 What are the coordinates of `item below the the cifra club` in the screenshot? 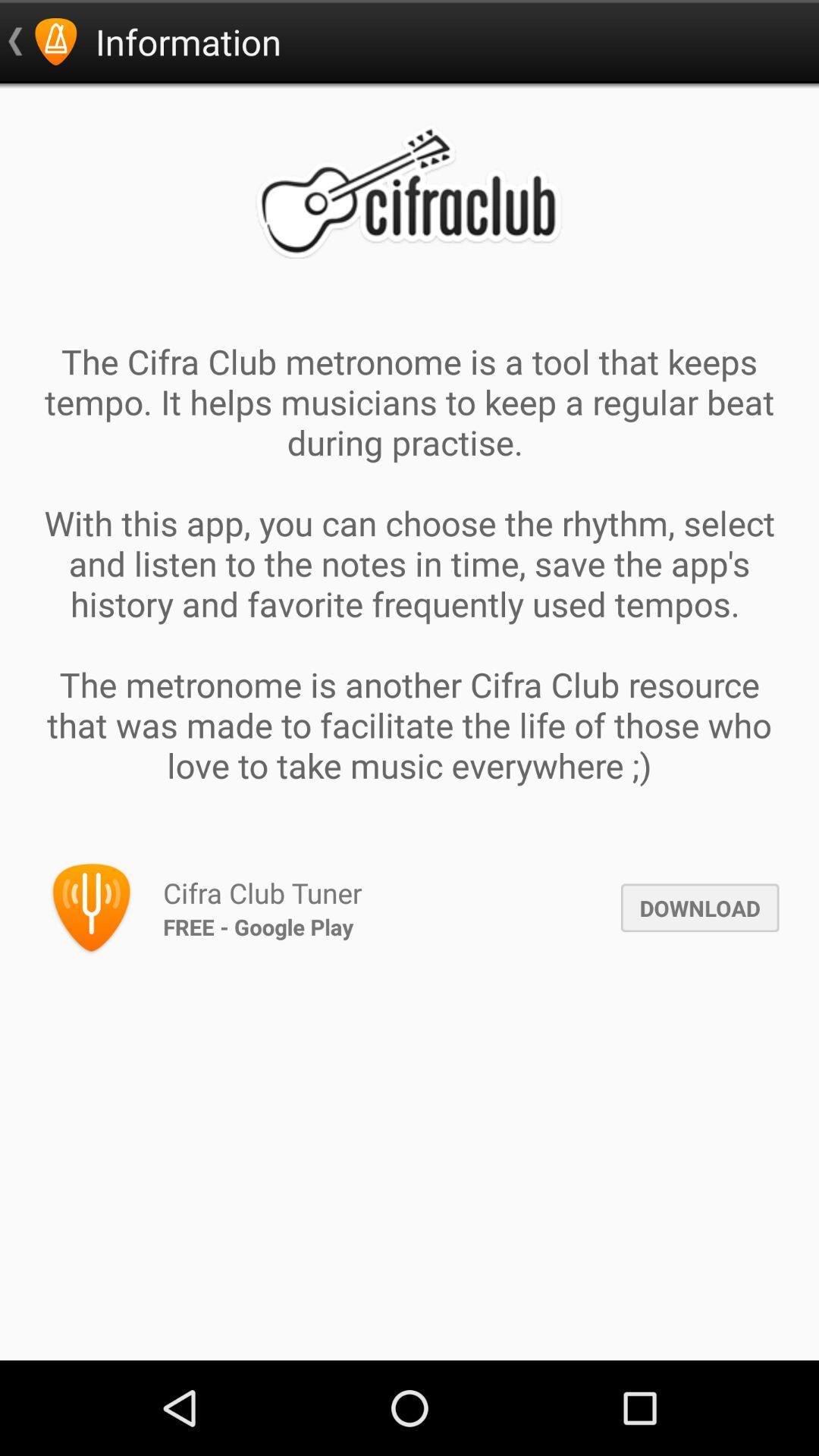 It's located at (700, 908).